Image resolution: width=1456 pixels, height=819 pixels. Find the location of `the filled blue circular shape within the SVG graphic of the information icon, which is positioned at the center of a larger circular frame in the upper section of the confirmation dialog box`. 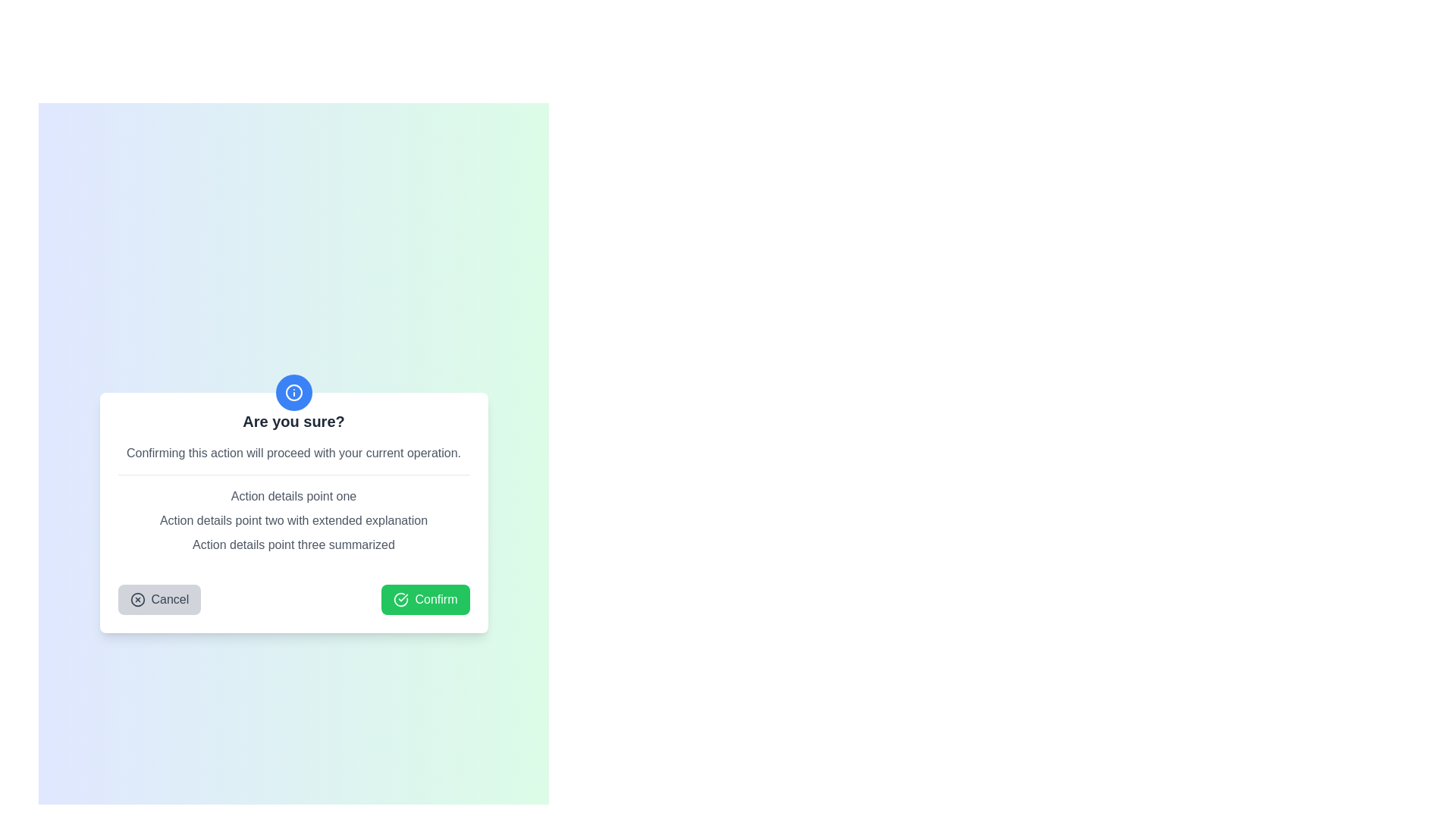

the filled blue circular shape within the SVG graphic of the information icon, which is positioned at the center of a larger circular frame in the upper section of the confirmation dialog box is located at coordinates (293, 391).